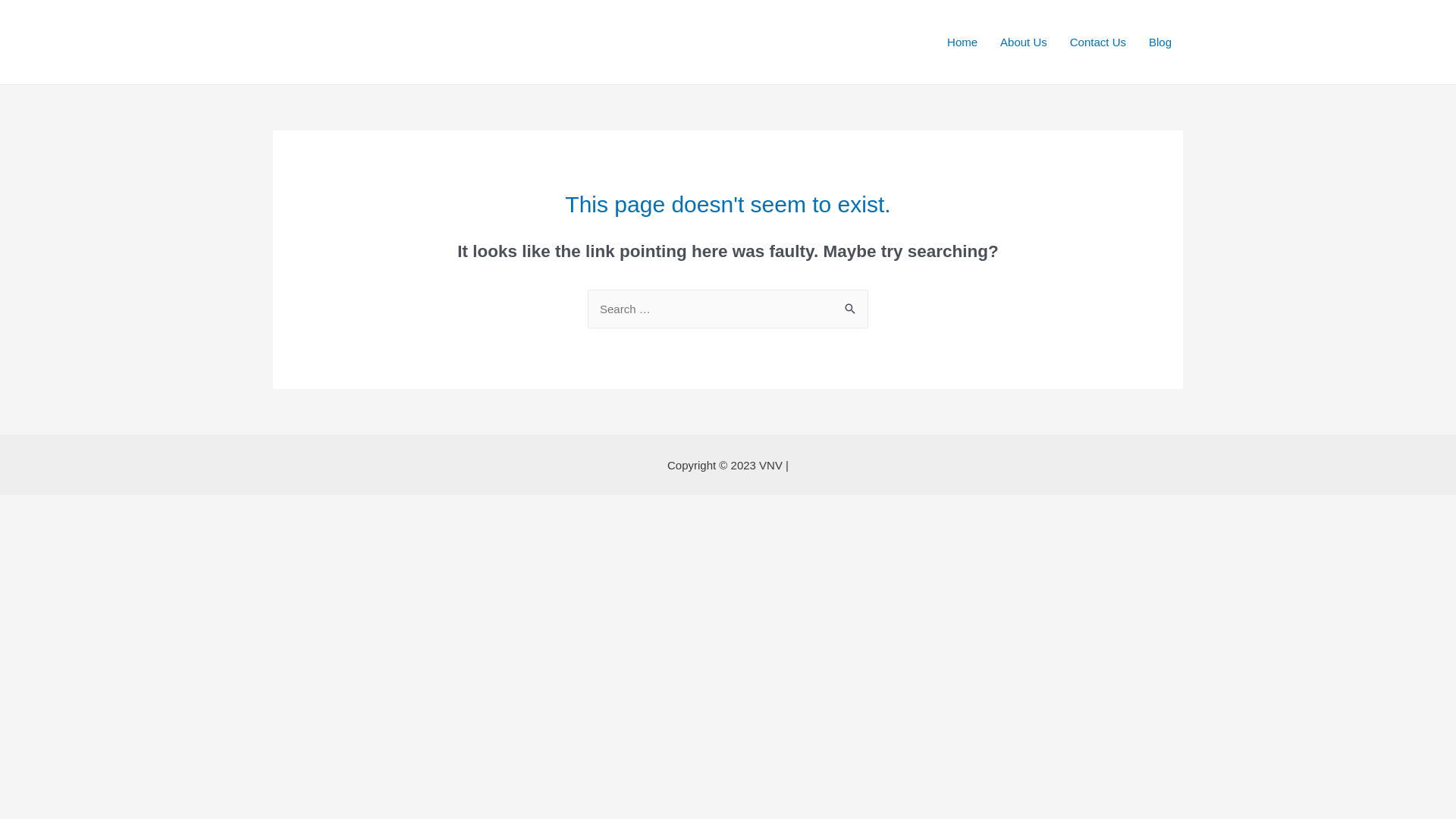  What do you see at coordinates (934, 40) in the screenshot?
I see `'Home'` at bounding box center [934, 40].